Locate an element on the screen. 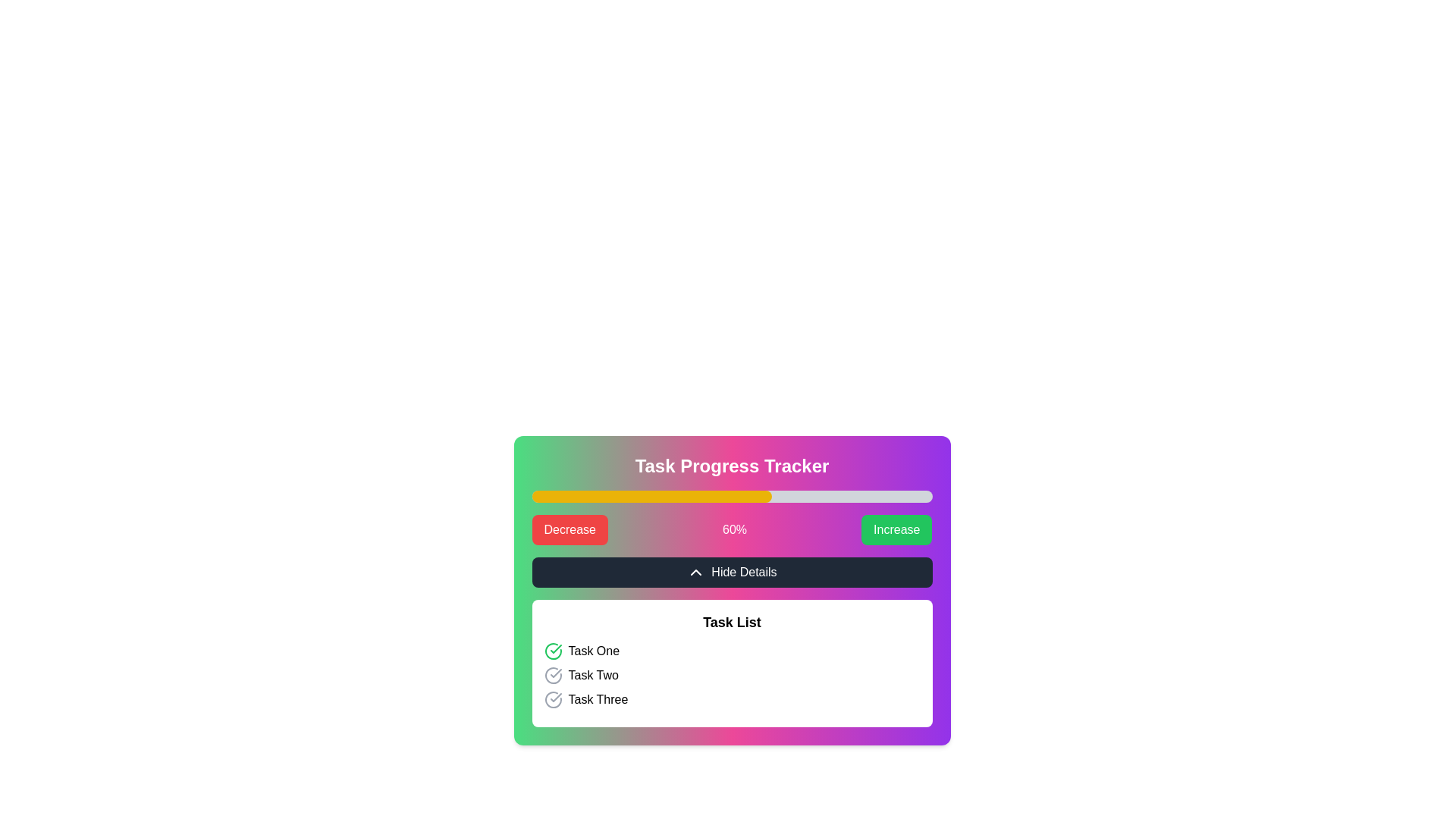 The image size is (1456, 819). the button on the far left that decreases the progress value, located adjacent to the '60%' percentage indicator is located at coordinates (569, 529).